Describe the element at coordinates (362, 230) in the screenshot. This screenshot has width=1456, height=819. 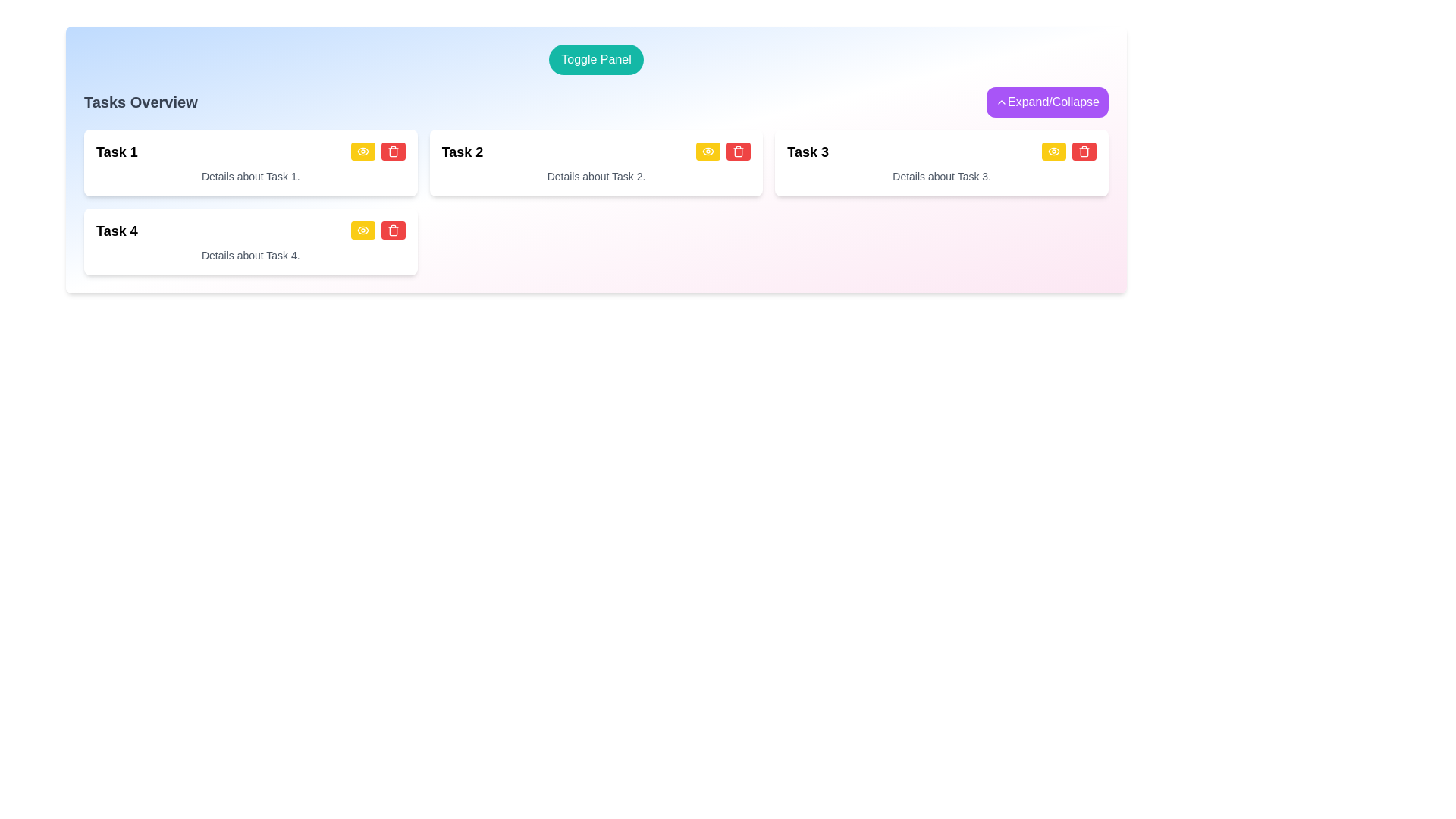
I see `the button located in the card for 'Task 4'` at that location.